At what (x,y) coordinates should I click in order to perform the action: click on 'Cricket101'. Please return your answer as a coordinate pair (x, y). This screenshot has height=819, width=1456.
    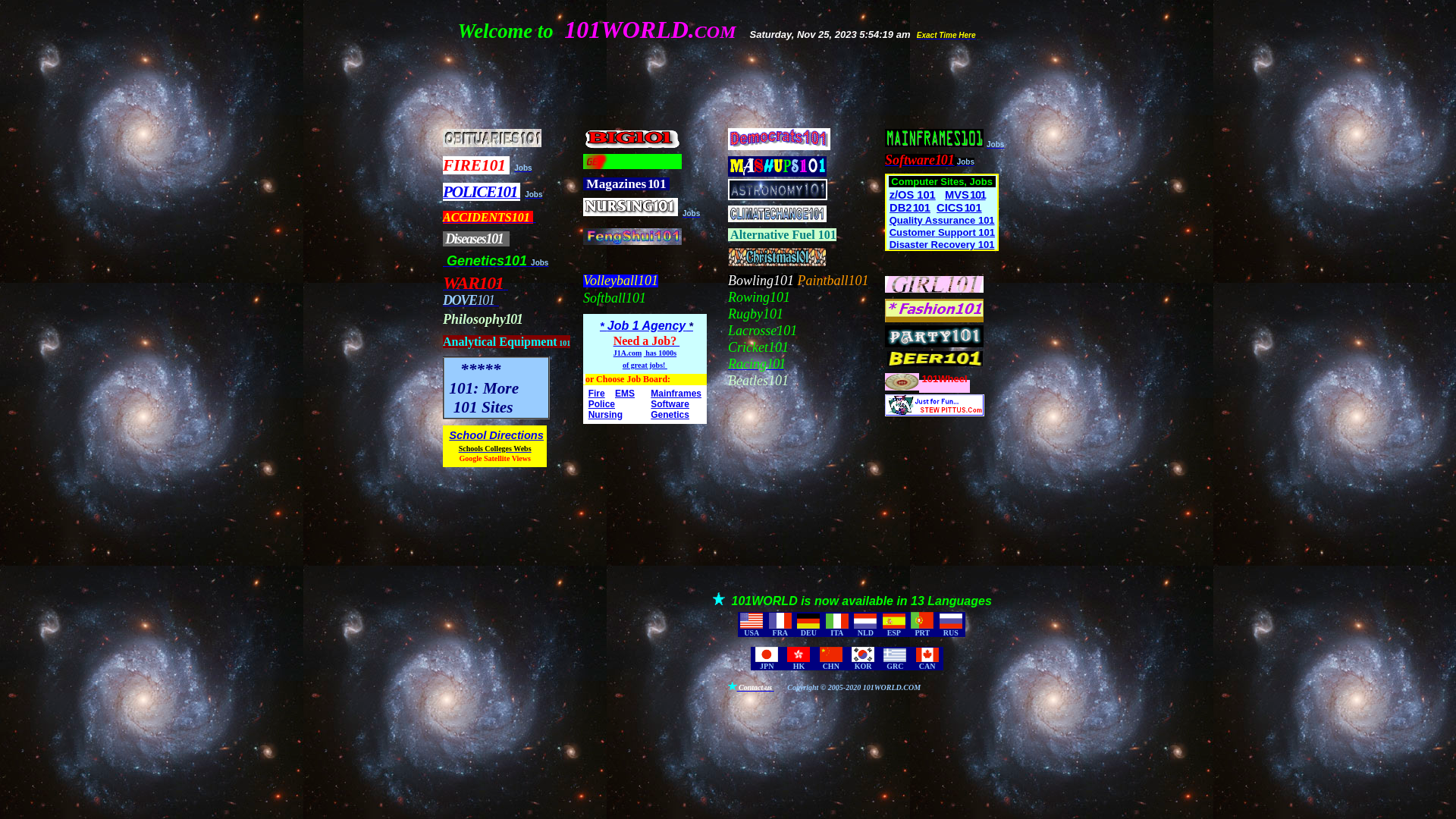
    Looking at the image, I should click on (758, 347).